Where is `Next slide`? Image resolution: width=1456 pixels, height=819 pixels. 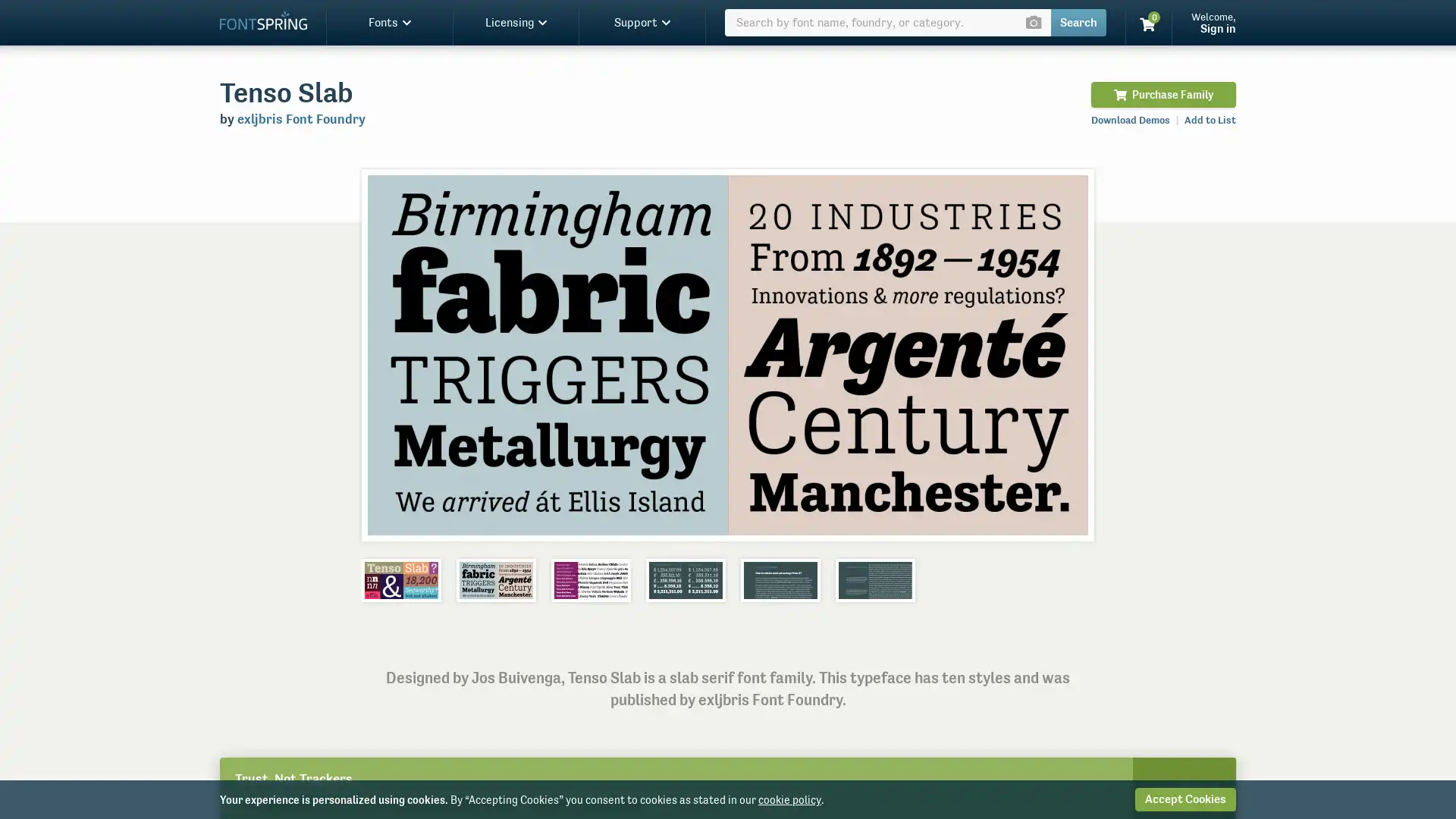
Next slide is located at coordinates (1065, 354).